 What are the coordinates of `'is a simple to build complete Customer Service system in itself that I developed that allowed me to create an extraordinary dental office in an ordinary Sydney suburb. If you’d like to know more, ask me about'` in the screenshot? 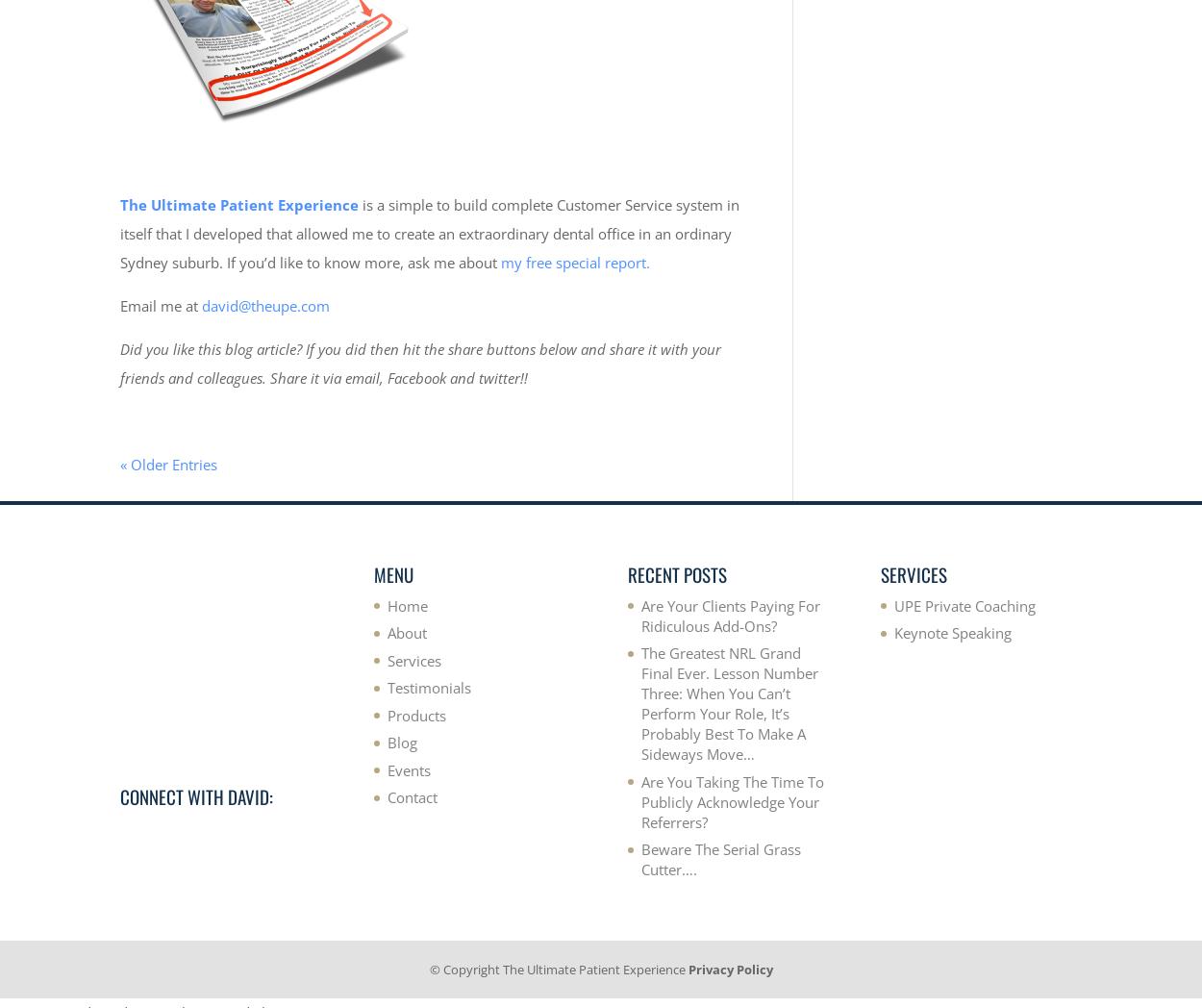 It's located at (428, 232).